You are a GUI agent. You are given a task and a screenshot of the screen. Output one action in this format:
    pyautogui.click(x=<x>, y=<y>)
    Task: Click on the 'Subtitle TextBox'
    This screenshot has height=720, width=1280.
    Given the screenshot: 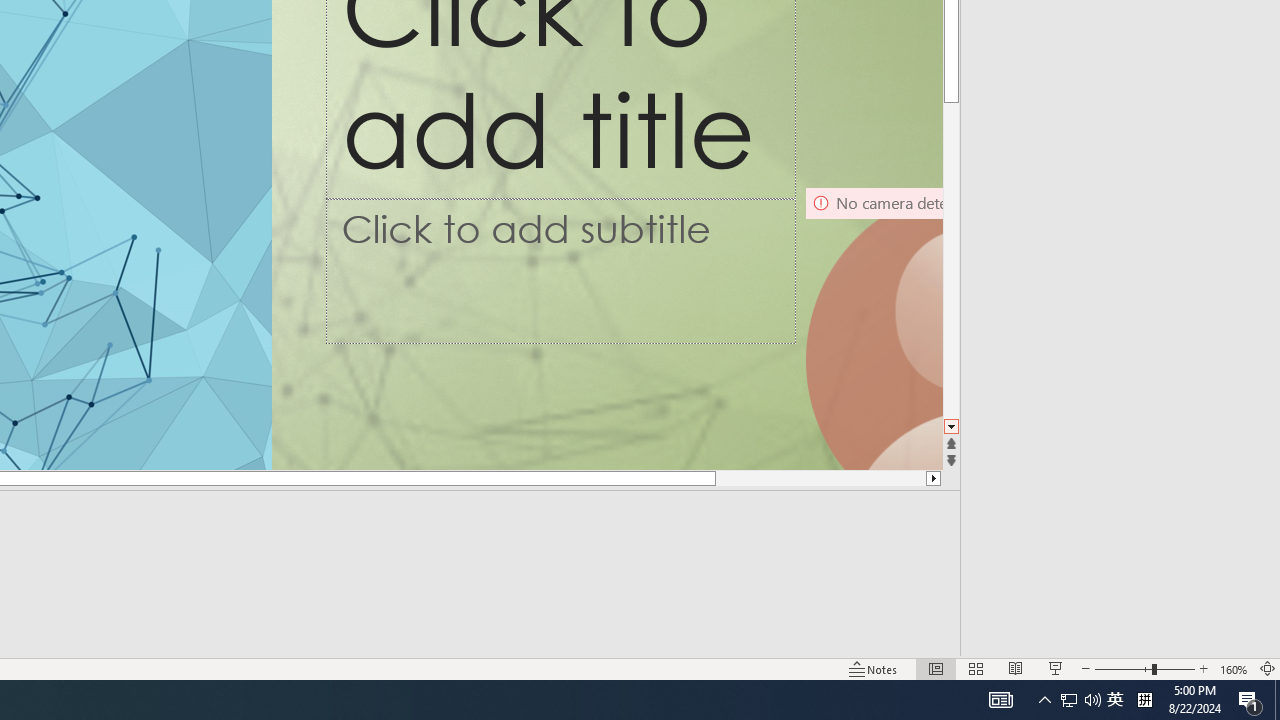 What is the action you would take?
    pyautogui.click(x=560, y=271)
    